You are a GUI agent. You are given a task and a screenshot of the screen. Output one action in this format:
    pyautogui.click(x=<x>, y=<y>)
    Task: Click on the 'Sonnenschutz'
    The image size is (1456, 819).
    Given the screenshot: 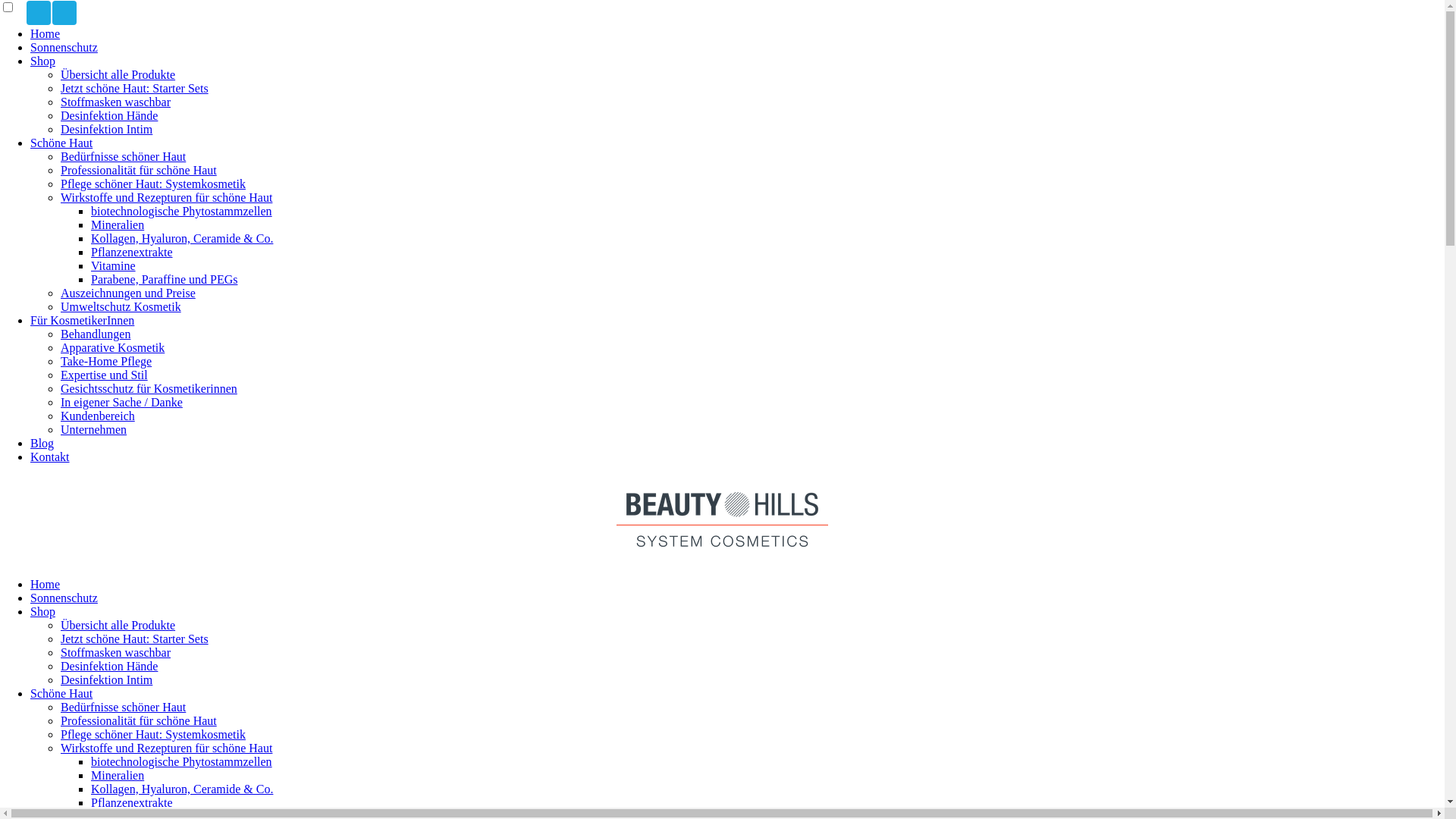 What is the action you would take?
    pyautogui.click(x=63, y=597)
    